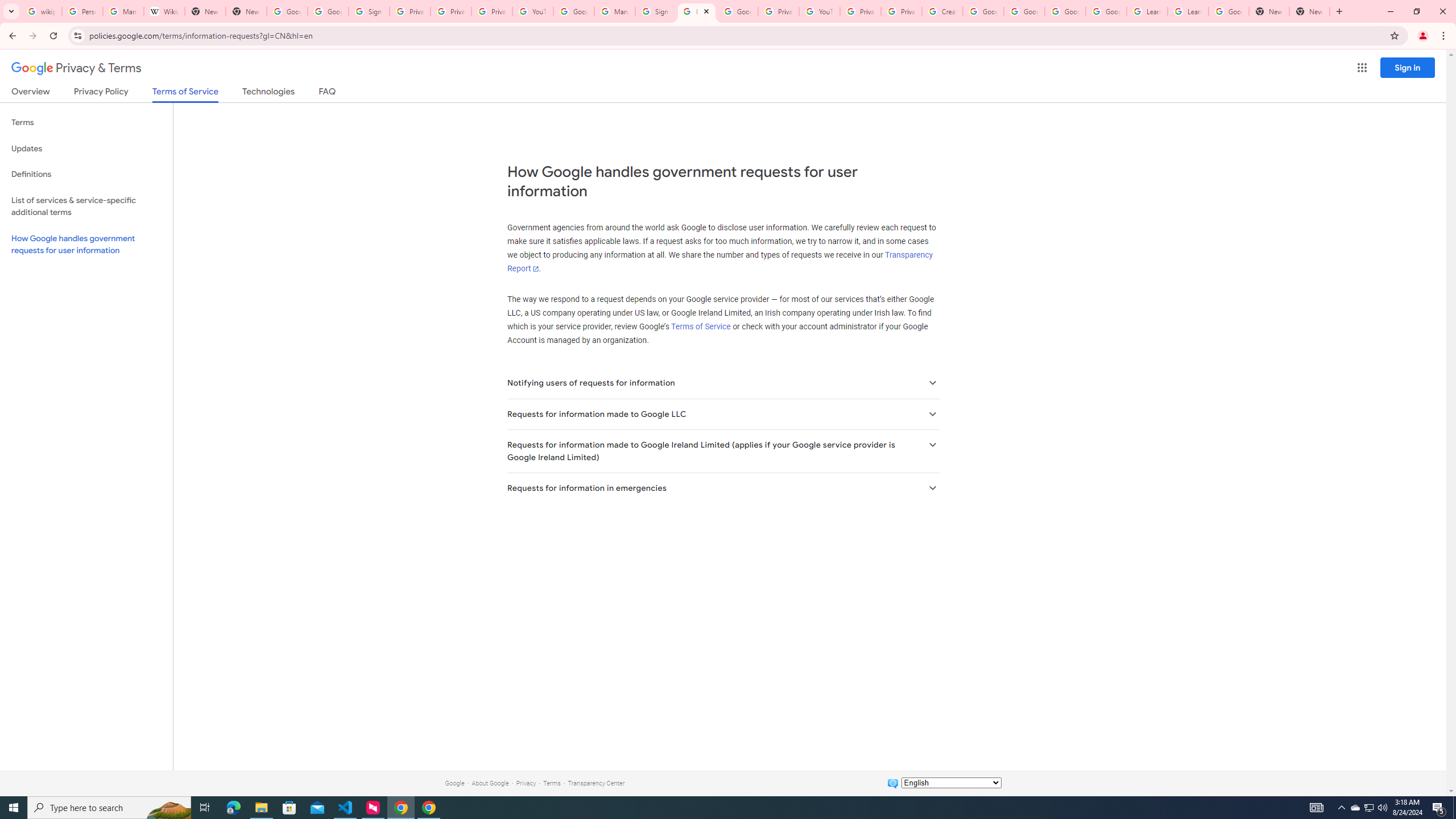 The image size is (1456, 819). What do you see at coordinates (1064, 11) in the screenshot?
I see `'Google Account Help'` at bounding box center [1064, 11].